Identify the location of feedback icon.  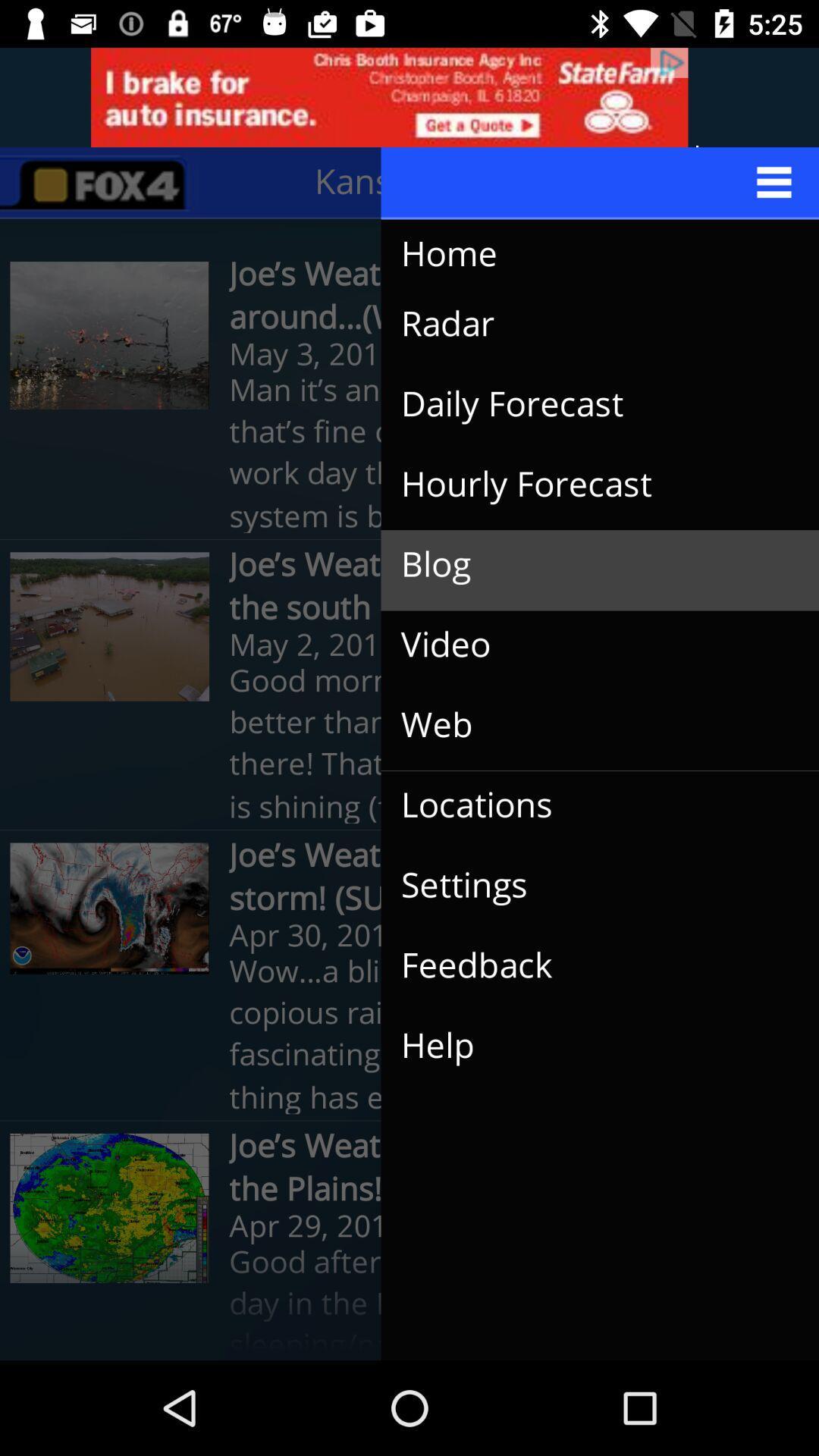
(587, 965).